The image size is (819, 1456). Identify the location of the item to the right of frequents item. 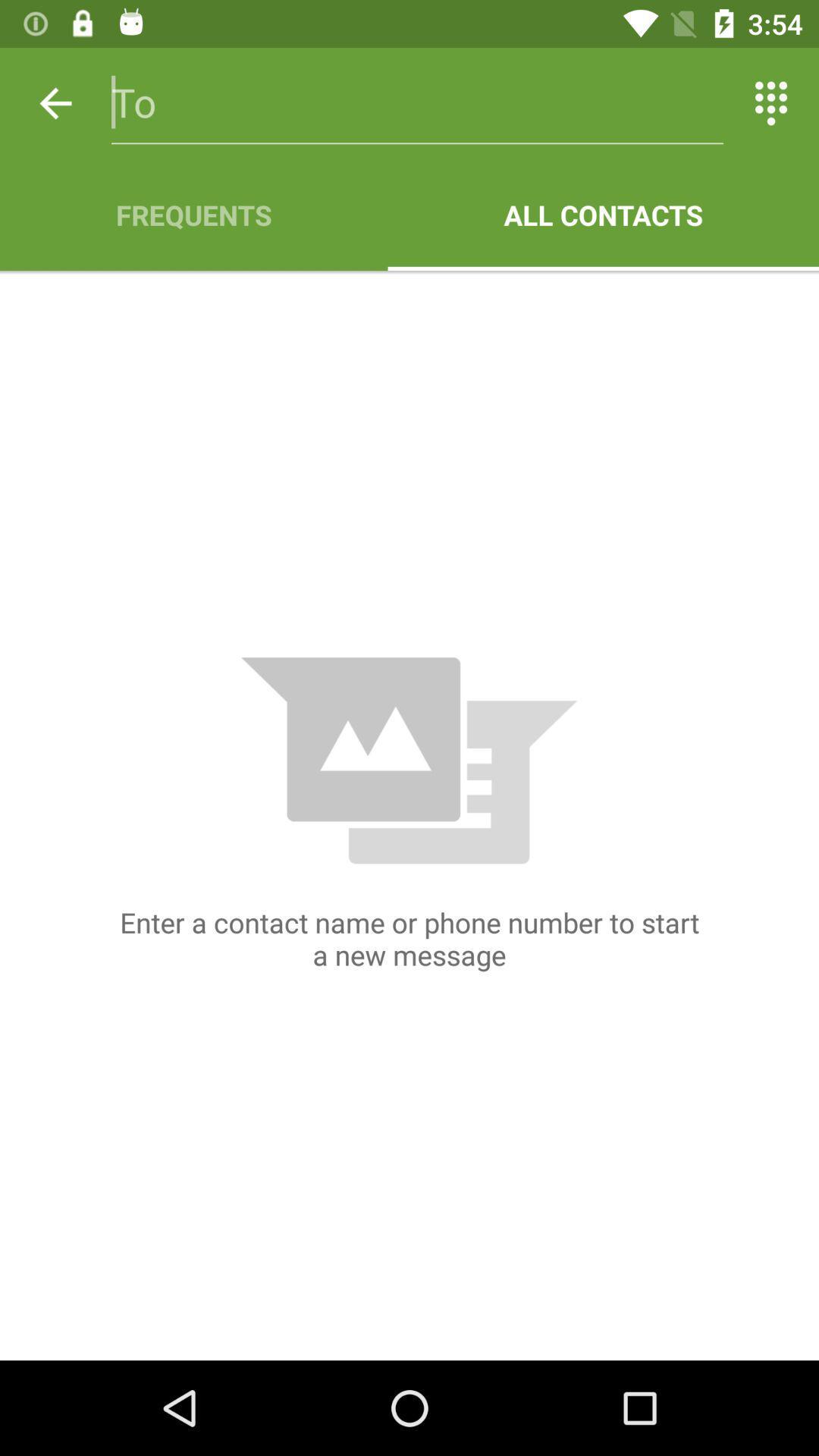
(602, 214).